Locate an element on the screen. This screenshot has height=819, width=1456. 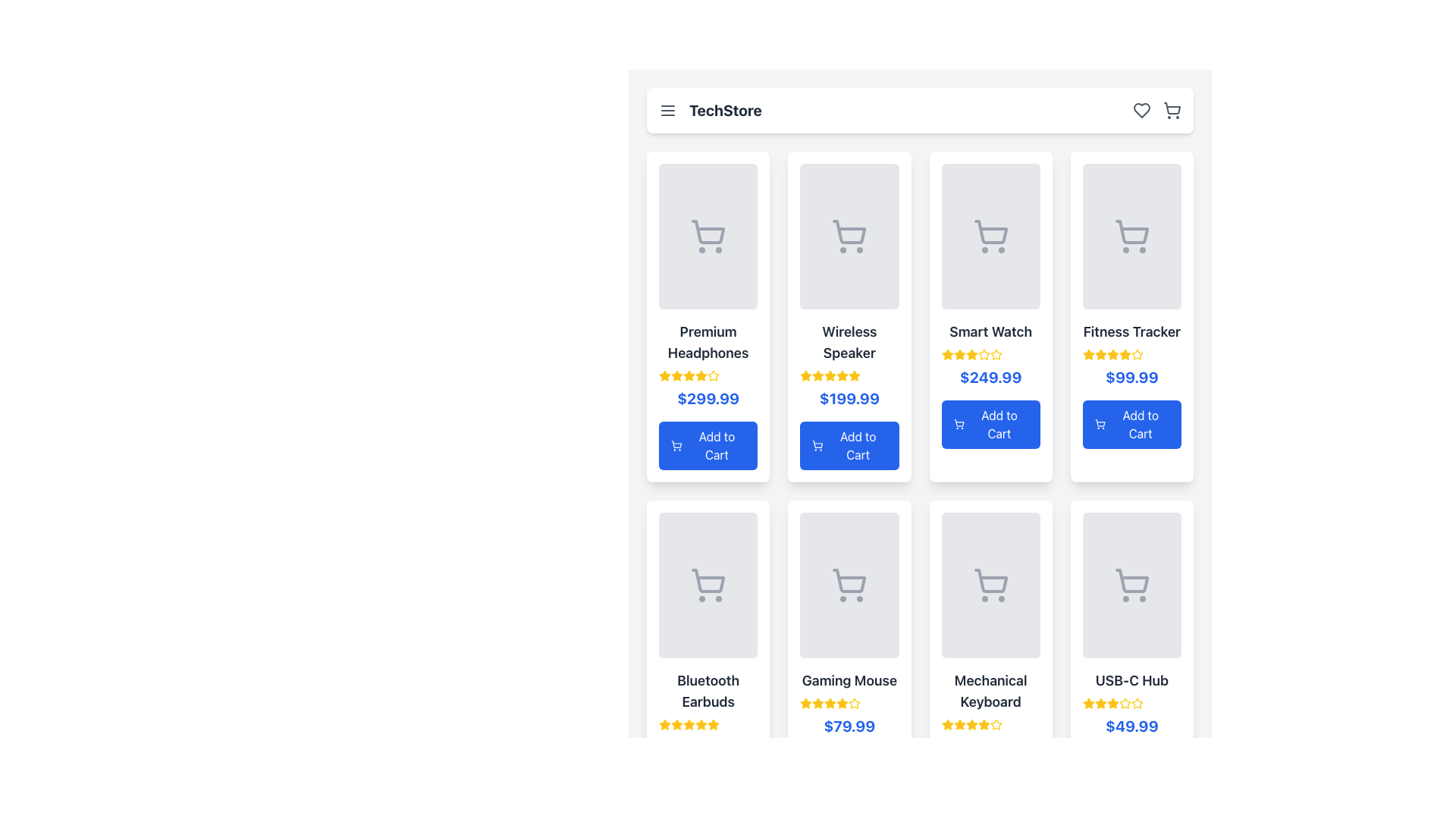
second star icon in the rating component, which is visually represented with a yellow fill and a black stroke, located below the product image for 'Wireless Speaker' is located at coordinates (817, 375).